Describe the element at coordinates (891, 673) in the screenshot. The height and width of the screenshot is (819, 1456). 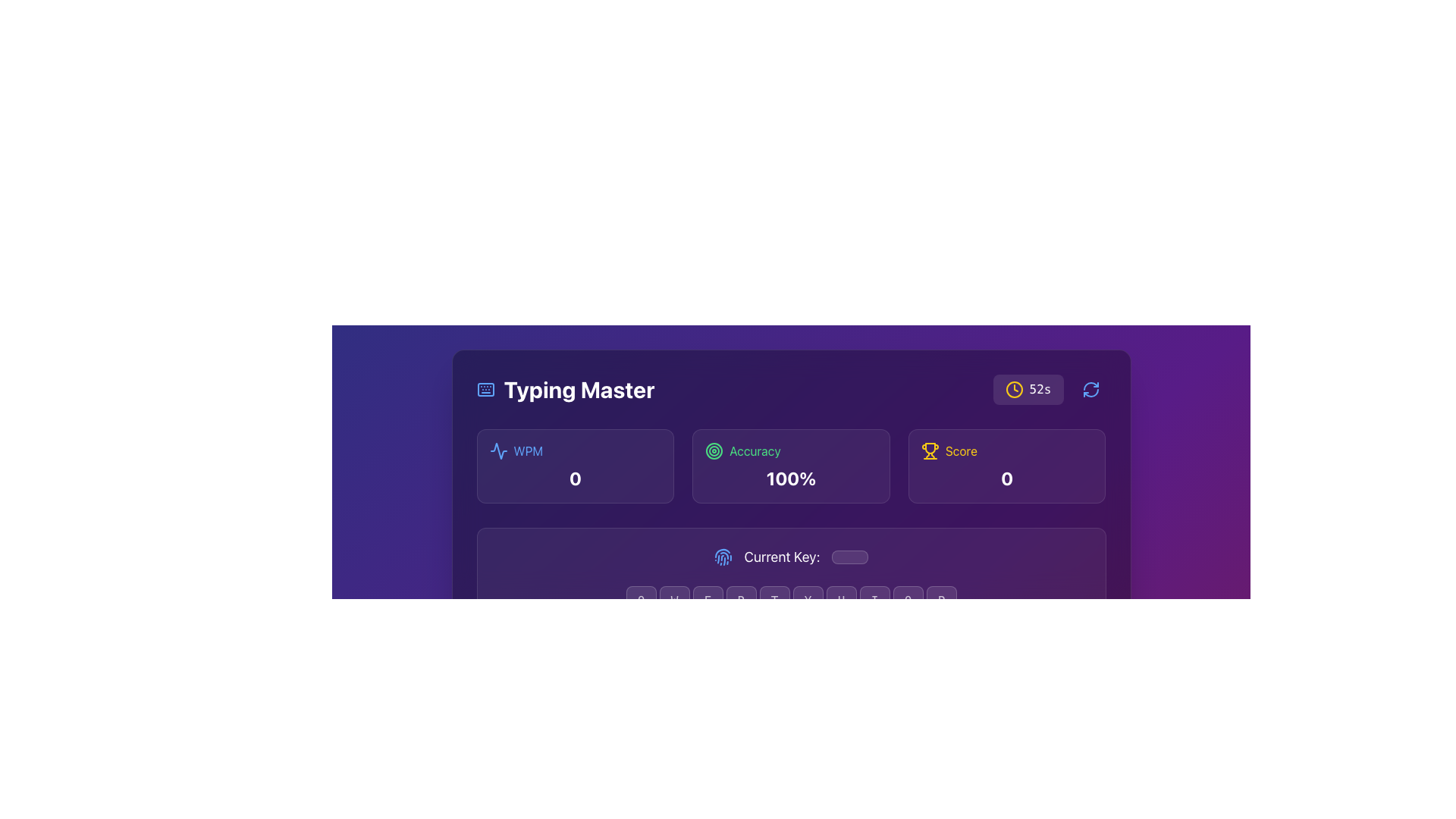
I see `the 'M' key button in the virtual keyboard interface` at that location.